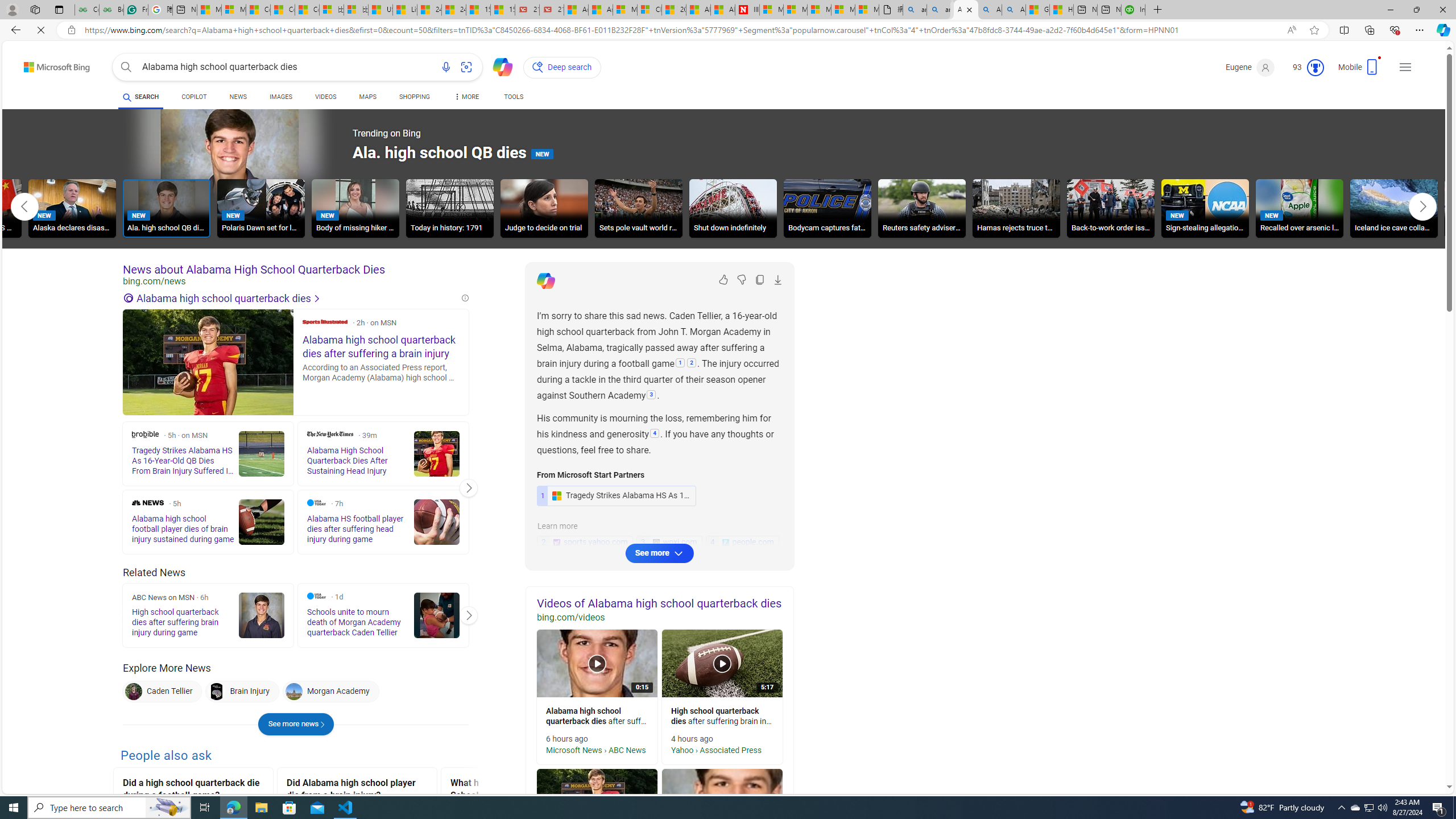 This screenshot has height=819, width=1456. I want to click on 'What happened to a Selma High School quarterback?', so click(520, 791).